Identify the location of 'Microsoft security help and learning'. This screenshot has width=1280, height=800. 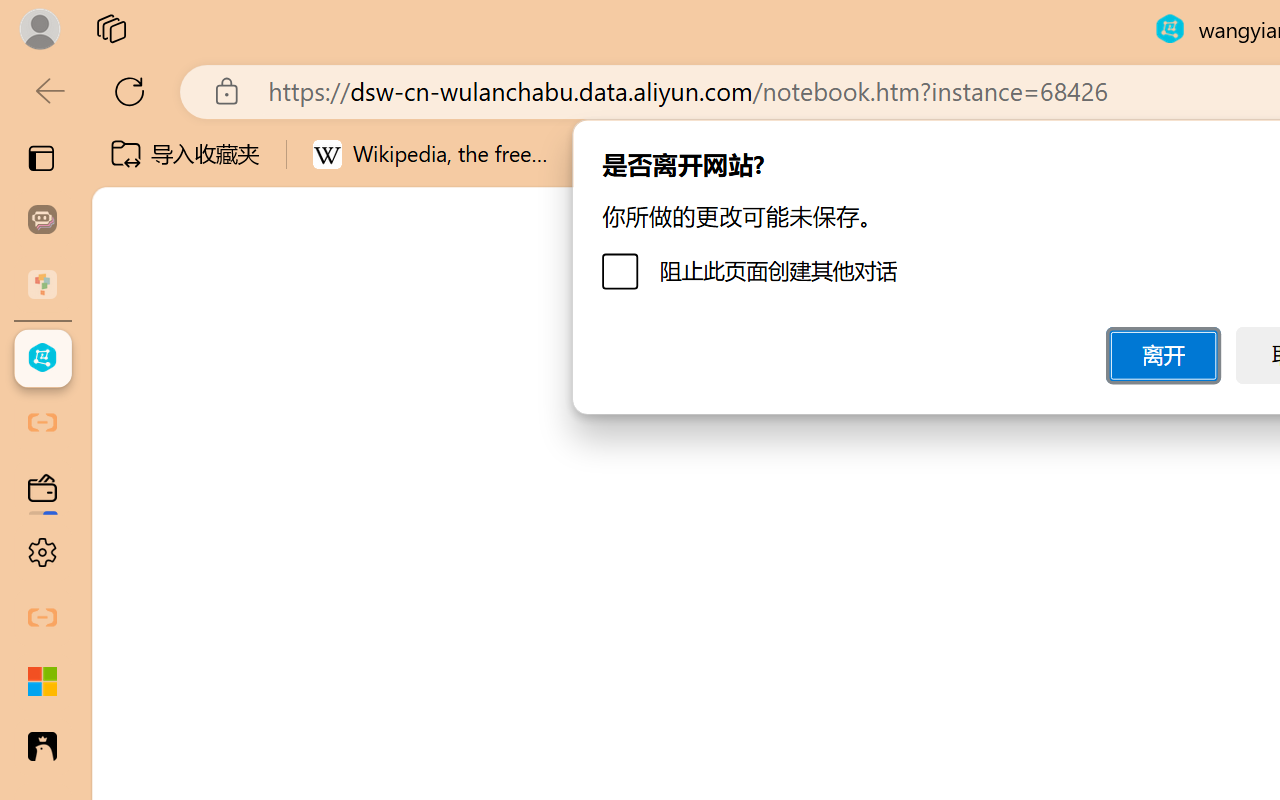
(42, 682).